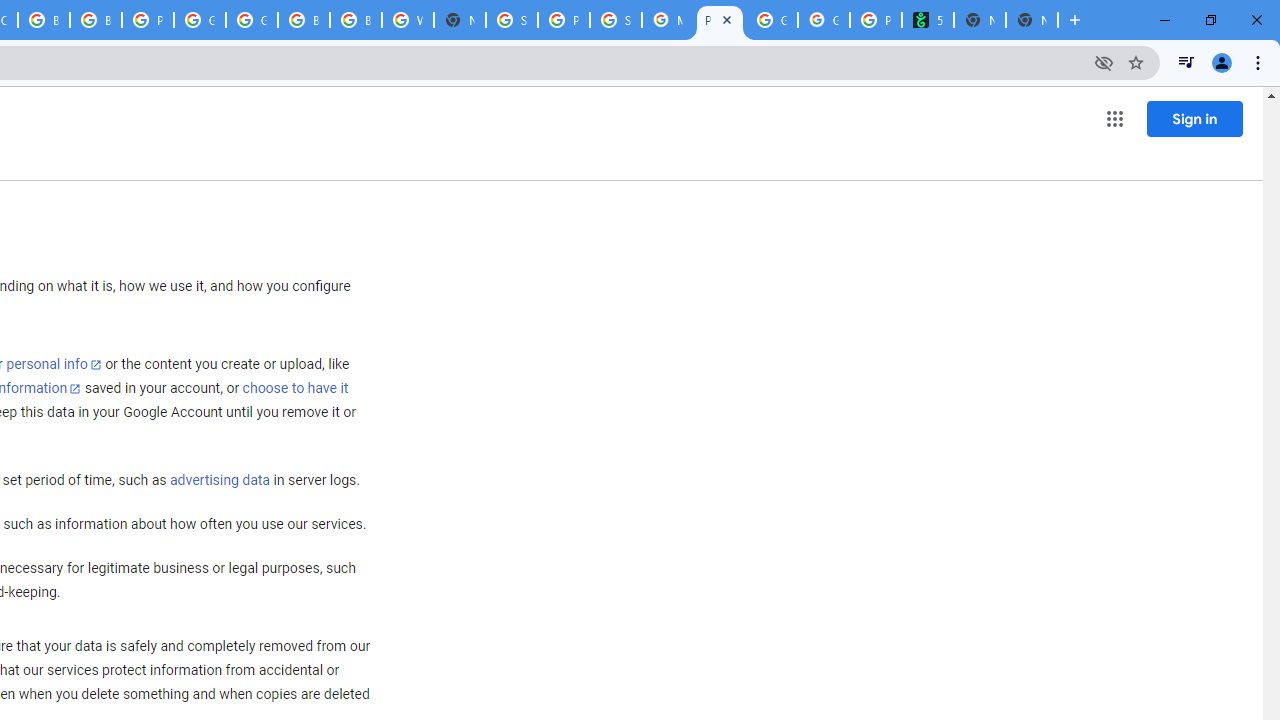 The width and height of the screenshot is (1280, 720). Describe the element at coordinates (1185, 61) in the screenshot. I see `'Control your music, videos, and more'` at that location.